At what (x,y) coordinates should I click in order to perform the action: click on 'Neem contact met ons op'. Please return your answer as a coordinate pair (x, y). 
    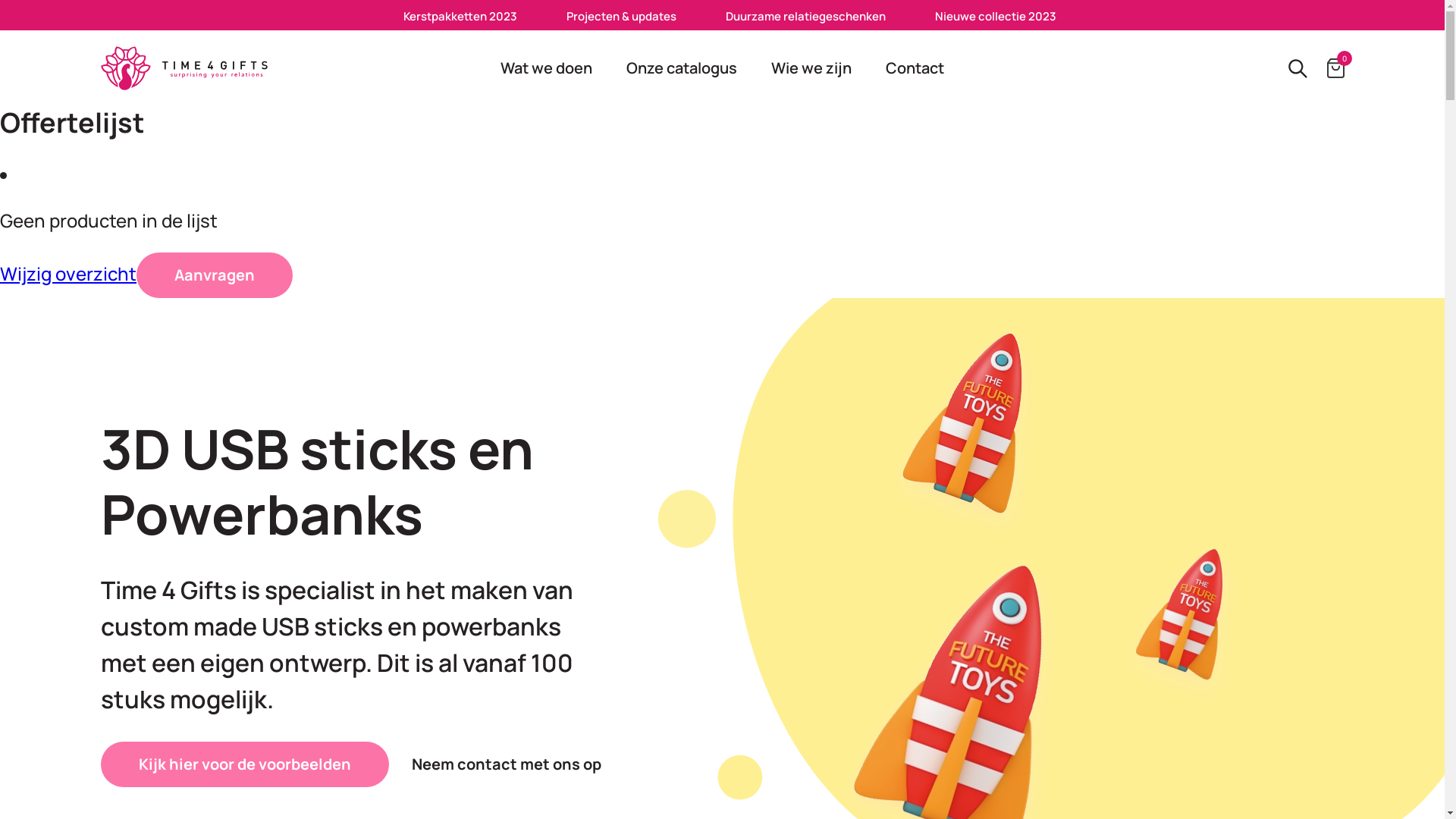
    Looking at the image, I should click on (506, 764).